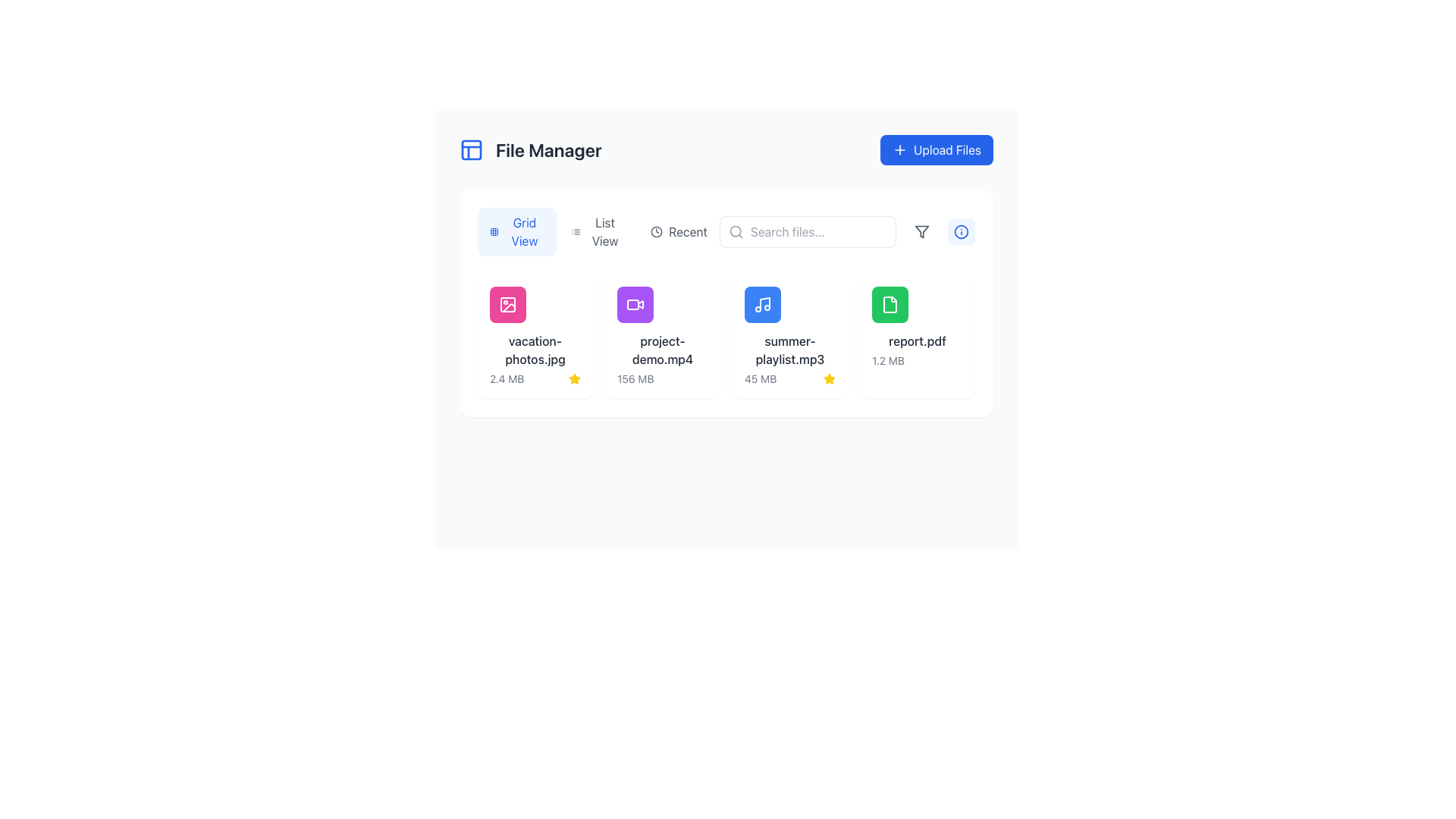 The width and height of the screenshot is (1456, 819). What do you see at coordinates (821, 376) in the screenshot?
I see `the trash bin icon button` at bounding box center [821, 376].